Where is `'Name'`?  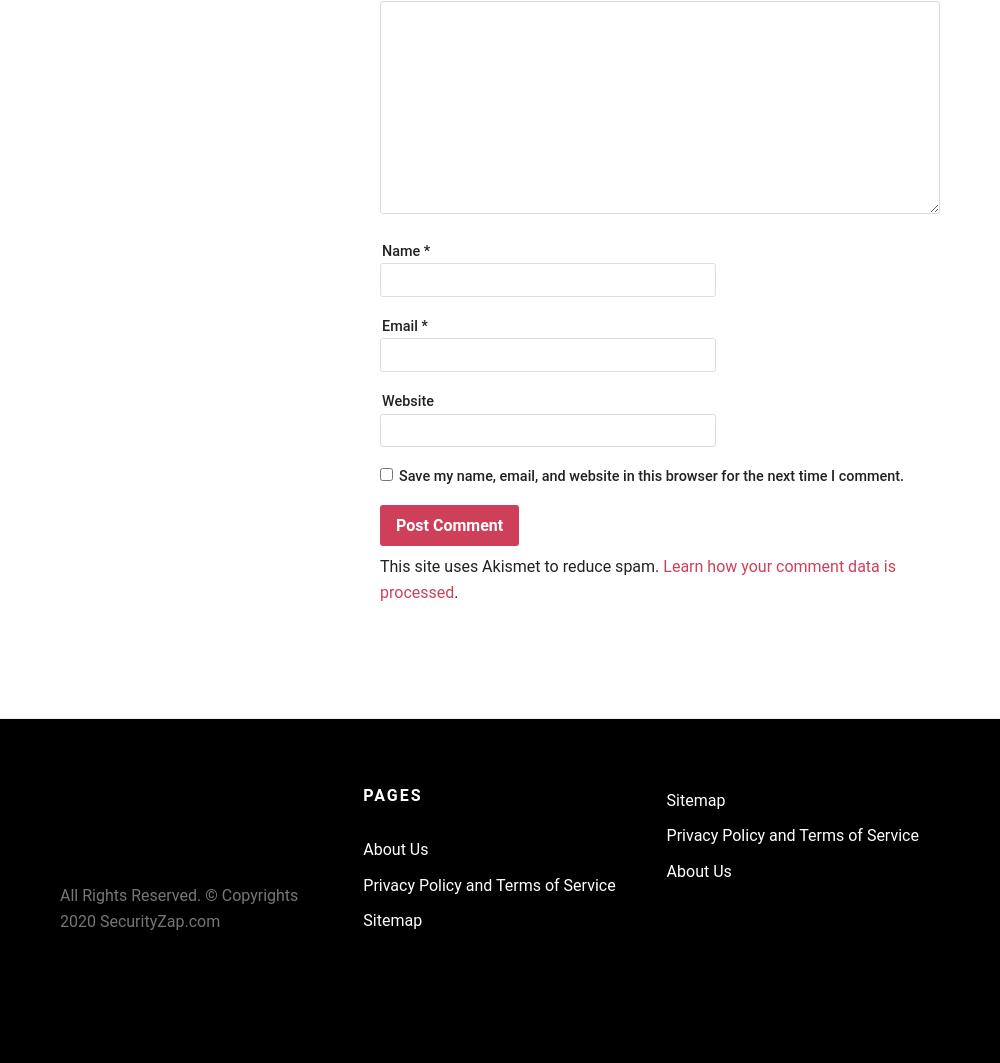
'Name' is located at coordinates (402, 250).